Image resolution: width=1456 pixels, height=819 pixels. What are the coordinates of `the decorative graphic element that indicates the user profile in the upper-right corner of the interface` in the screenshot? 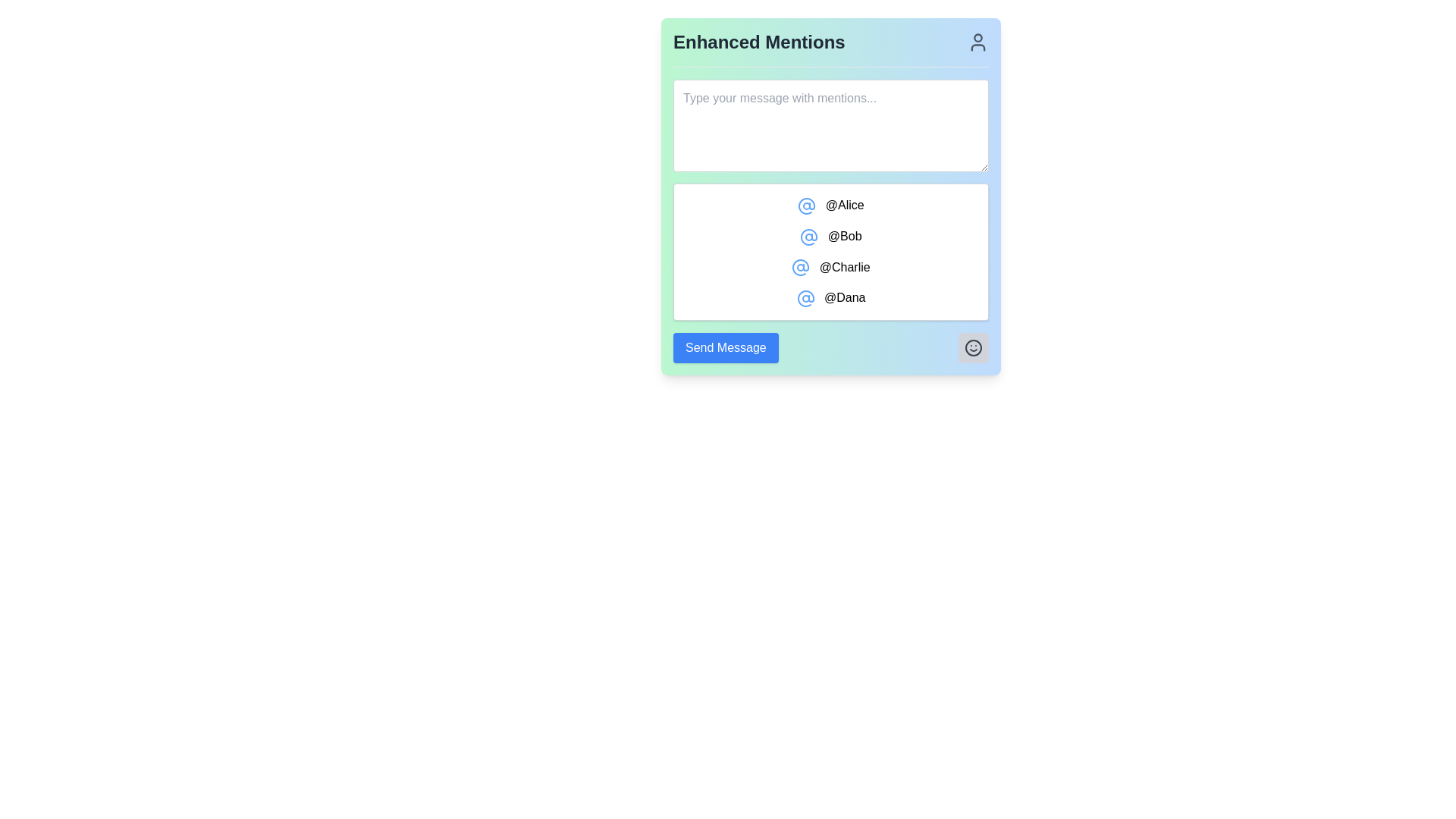 It's located at (978, 37).